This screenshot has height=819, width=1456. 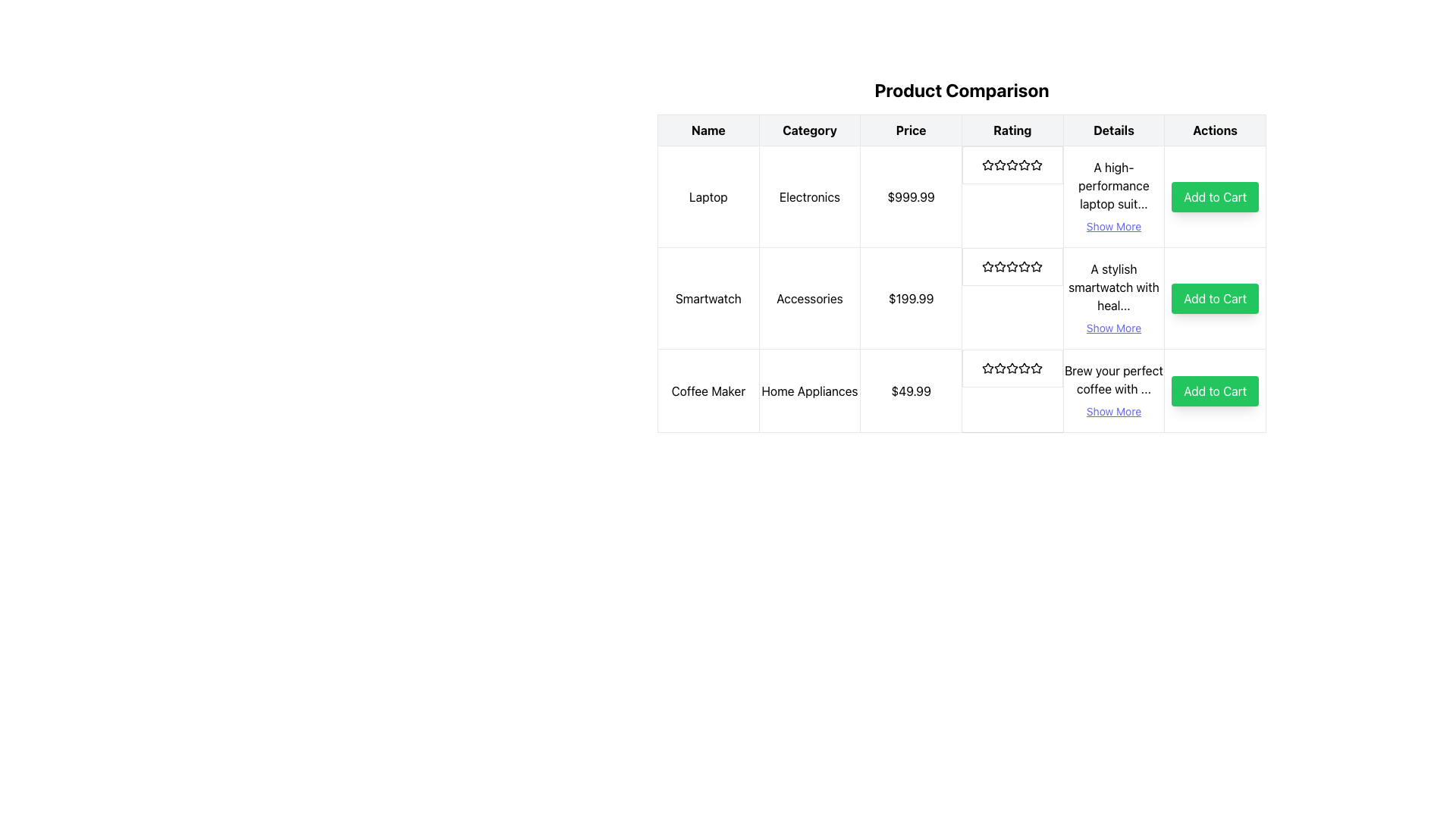 I want to click on on the third star icon in the five-star rating system for the 'Coffee Maker' product, so click(x=1036, y=368).